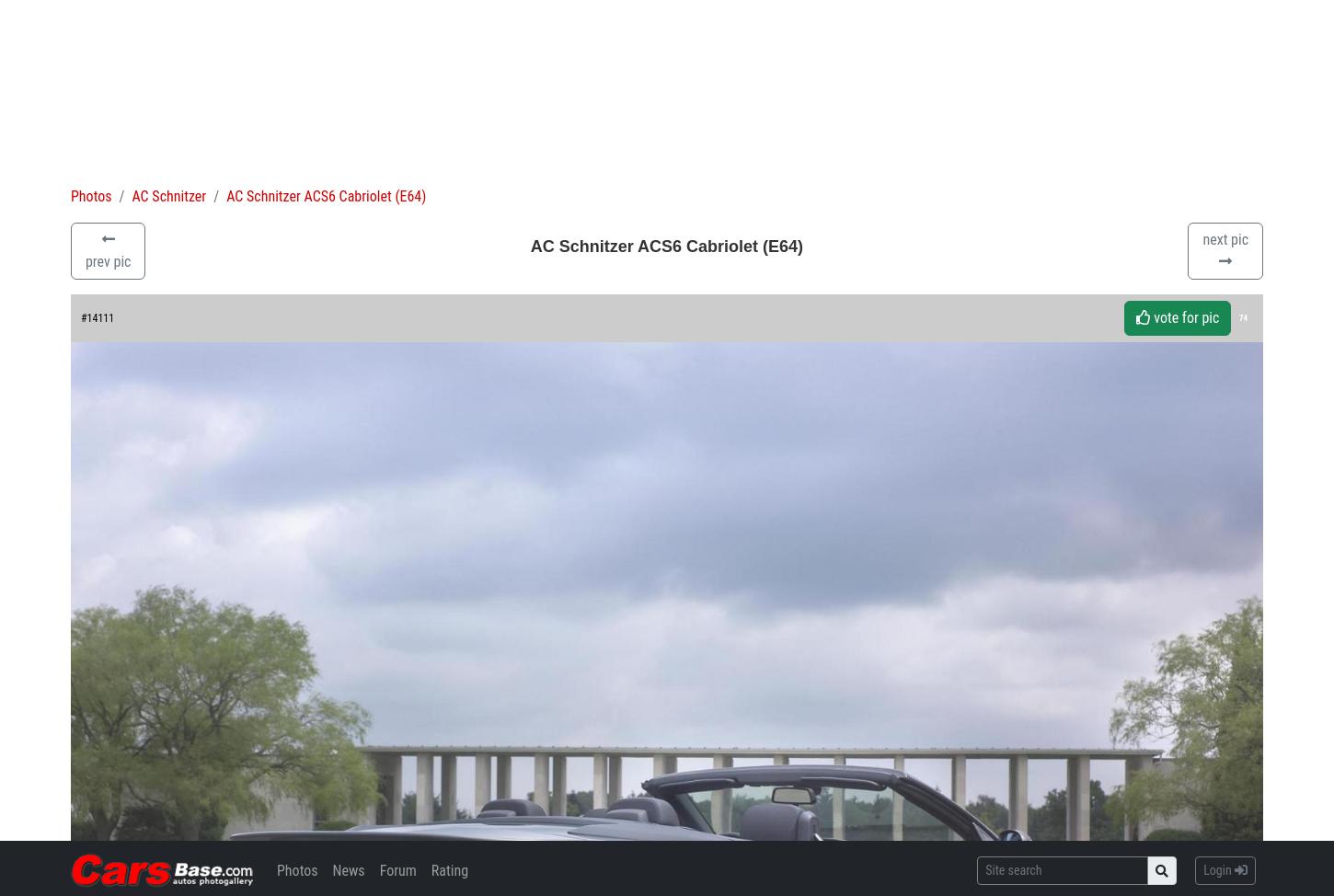 This screenshot has height=896, width=1334. I want to click on 'Photo of AC Schnitzer ACS6 Cabriolet (E64) 14111.
                            Image size: 1600 x 1200.
                              Upload date: 2004-09-30.                             Number of votes: 74.', so click(429, 532).